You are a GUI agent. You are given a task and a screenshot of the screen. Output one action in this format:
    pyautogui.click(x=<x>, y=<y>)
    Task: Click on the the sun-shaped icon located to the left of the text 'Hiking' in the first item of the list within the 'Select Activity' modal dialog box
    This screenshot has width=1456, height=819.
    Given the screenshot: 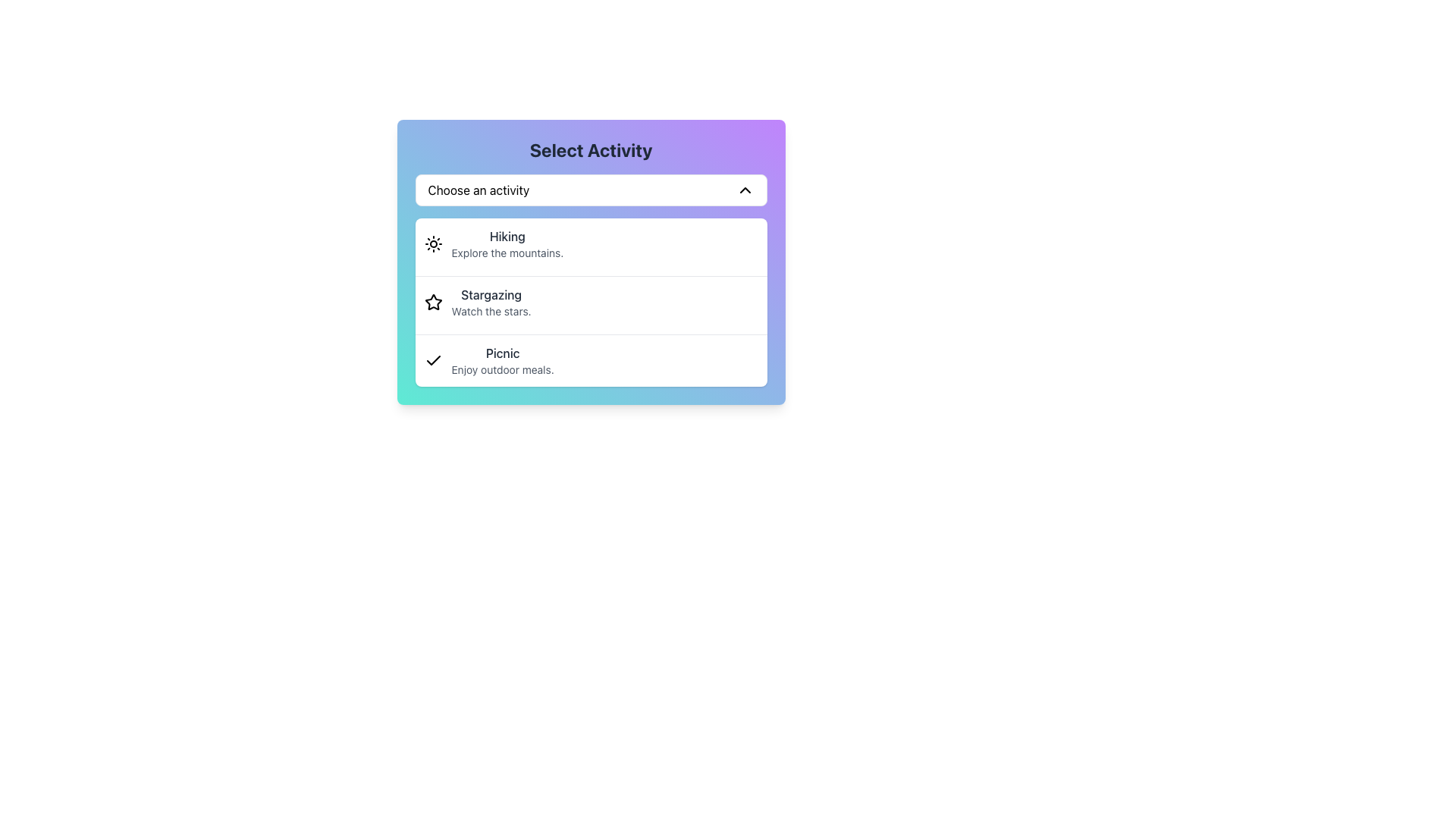 What is the action you would take?
    pyautogui.click(x=432, y=243)
    